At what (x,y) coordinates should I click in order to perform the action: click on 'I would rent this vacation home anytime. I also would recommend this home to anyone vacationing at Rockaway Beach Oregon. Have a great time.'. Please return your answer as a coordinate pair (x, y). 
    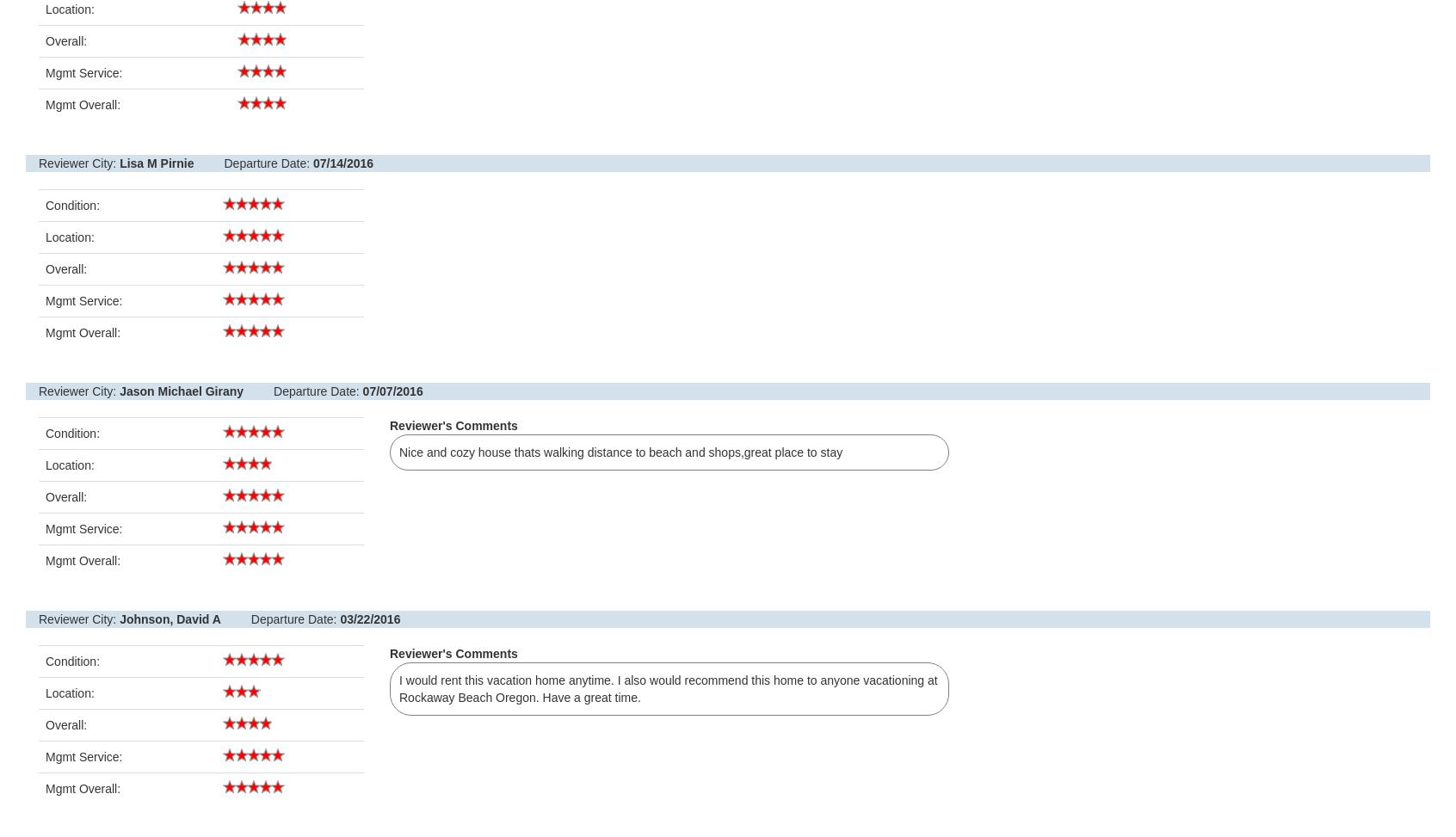
    Looking at the image, I should click on (668, 687).